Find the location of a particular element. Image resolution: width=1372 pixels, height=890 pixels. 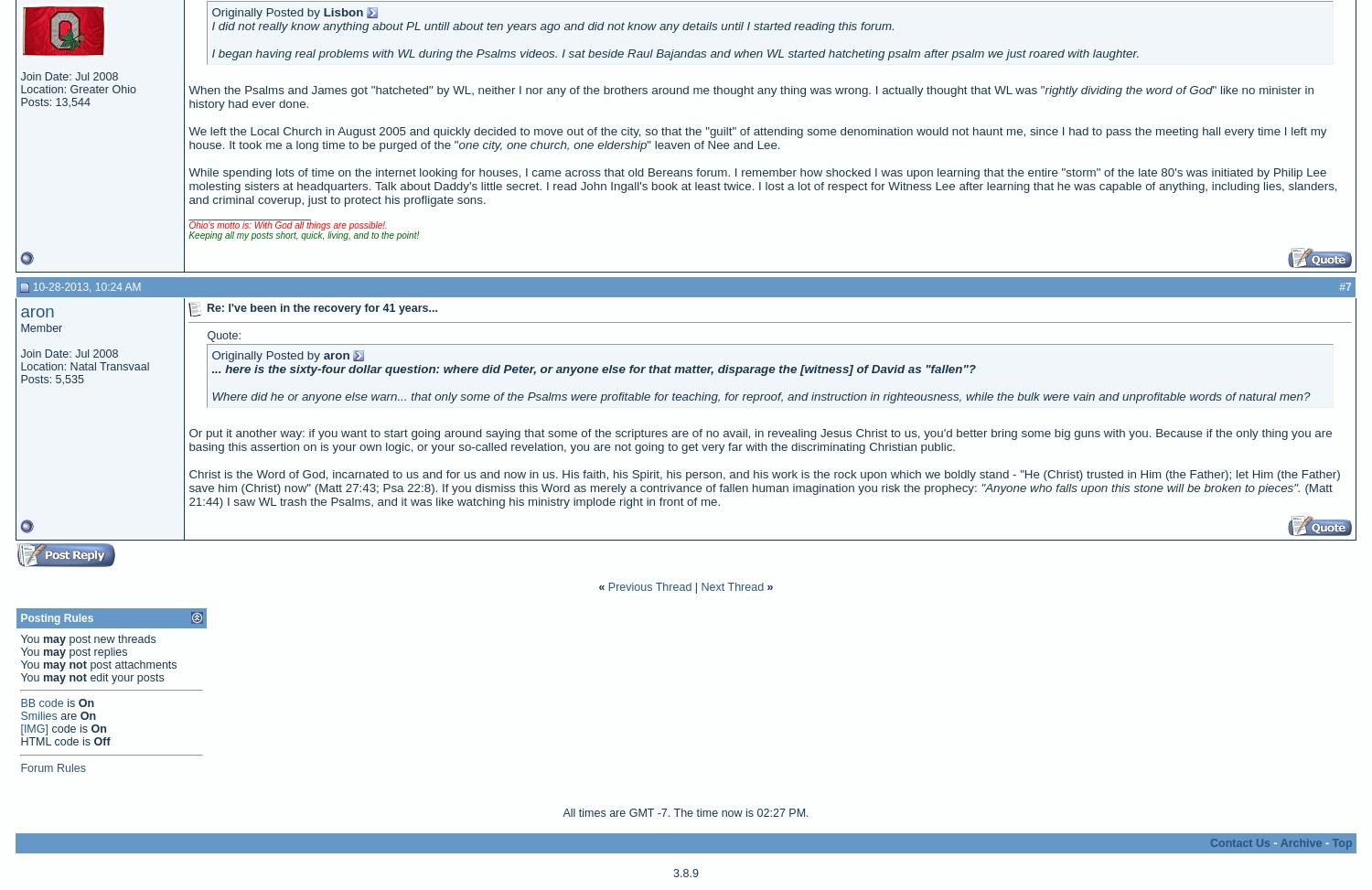

'3.8.9' is located at coordinates (684, 872).